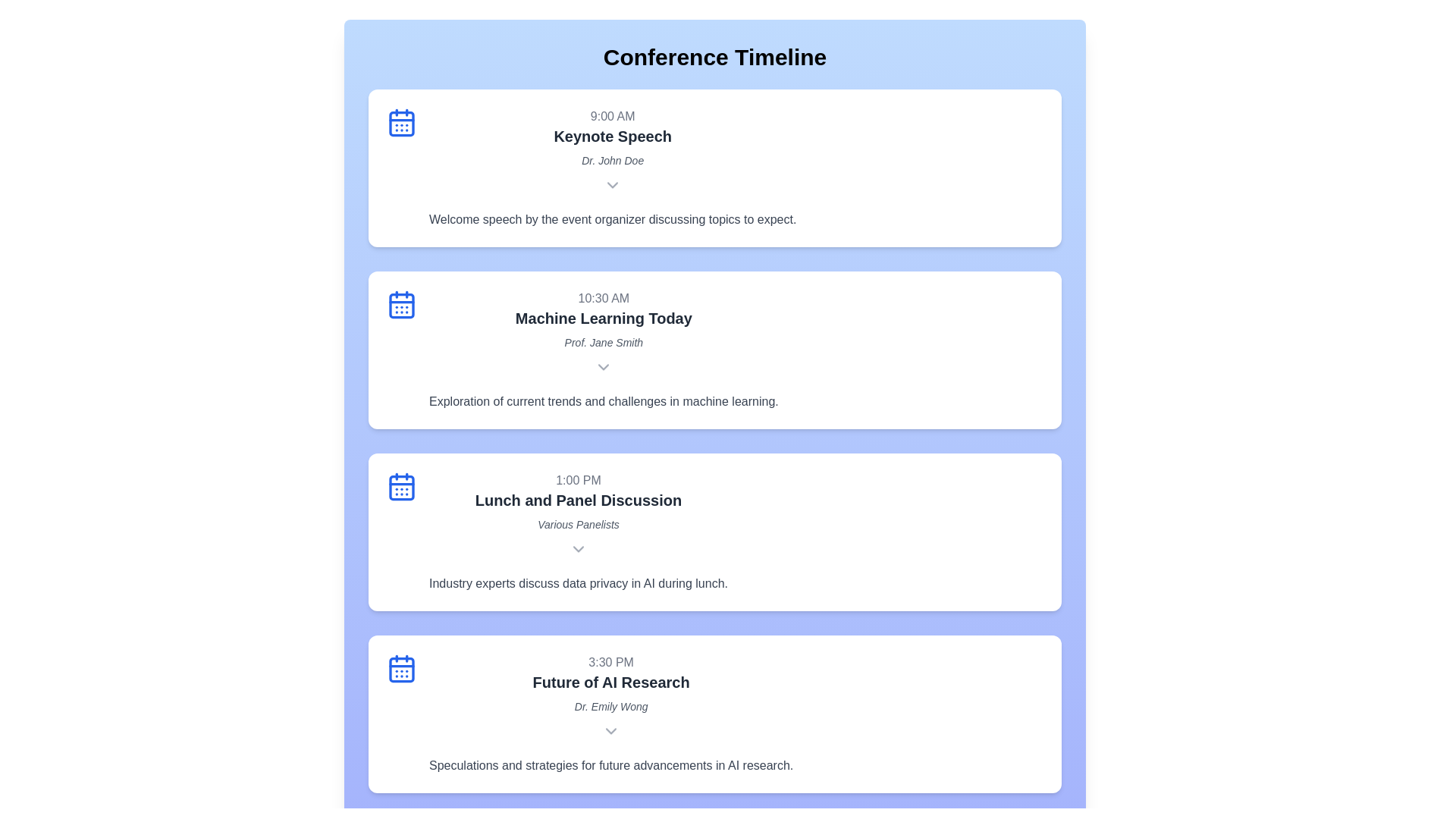  What do you see at coordinates (611, 707) in the screenshot?
I see `italicized gray text 'Dr. Emily Wong' which is positioned below the title 'Future of AI Research' in a card layout` at bounding box center [611, 707].